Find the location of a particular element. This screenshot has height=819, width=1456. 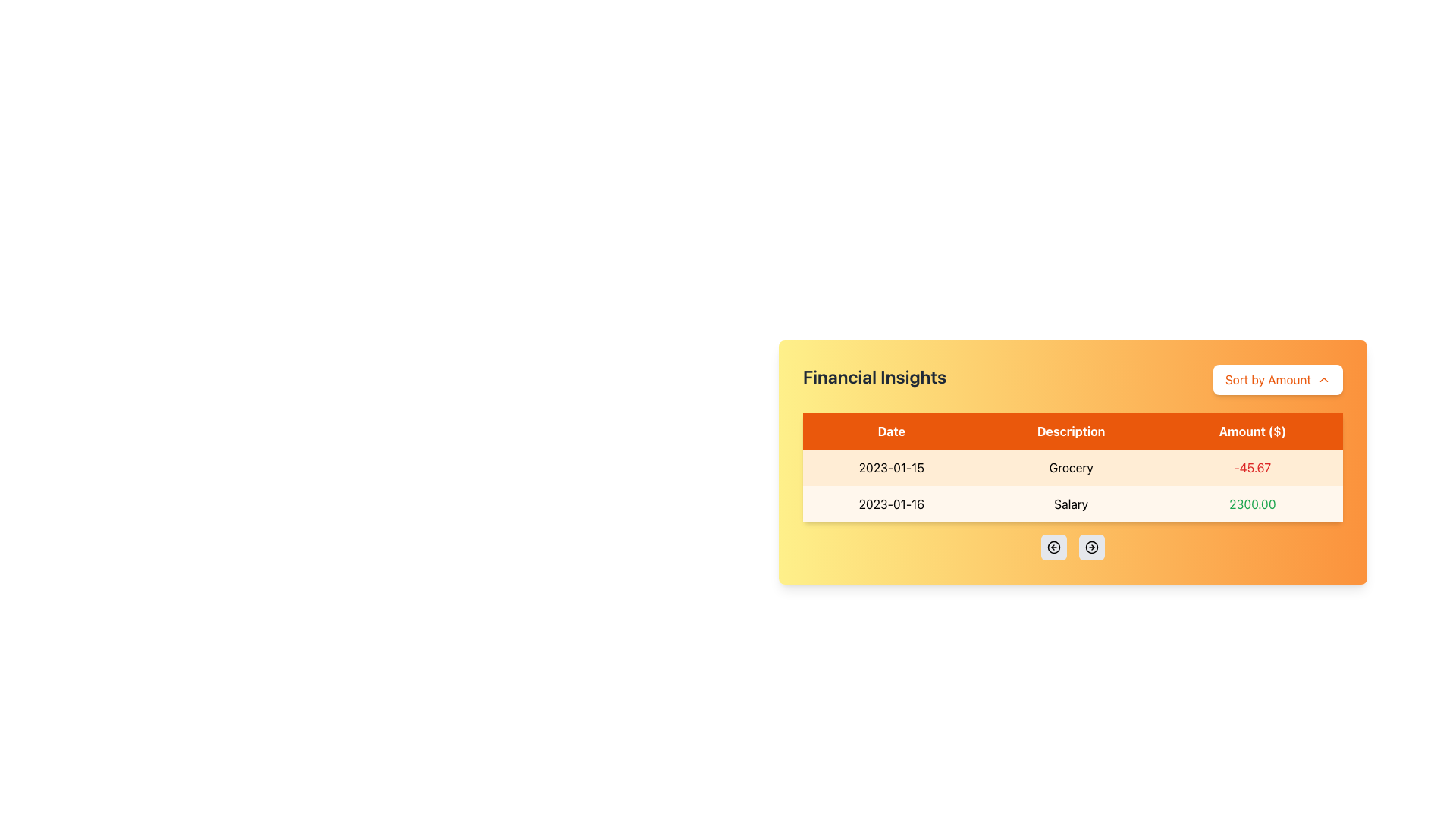

the text display element showing the value '-45.67' in red font color, located in the third column of the first row under the 'Amount ($)' header, corresponding to 'Grocery' on '2023-01-15' is located at coordinates (1252, 467).